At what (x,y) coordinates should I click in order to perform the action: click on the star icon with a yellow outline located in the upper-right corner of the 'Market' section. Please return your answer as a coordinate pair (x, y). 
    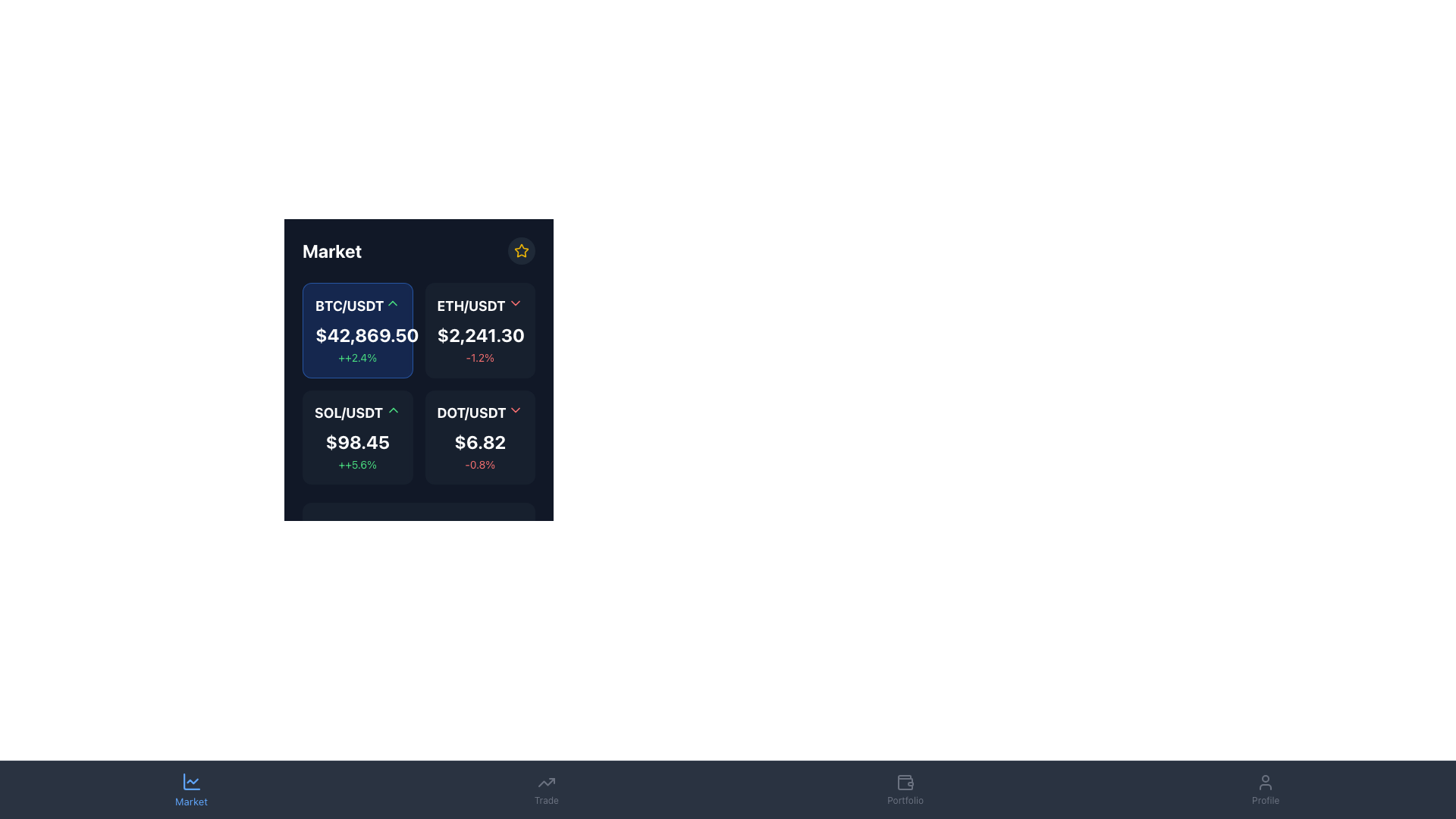
    Looking at the image, I should click on (521, 250).